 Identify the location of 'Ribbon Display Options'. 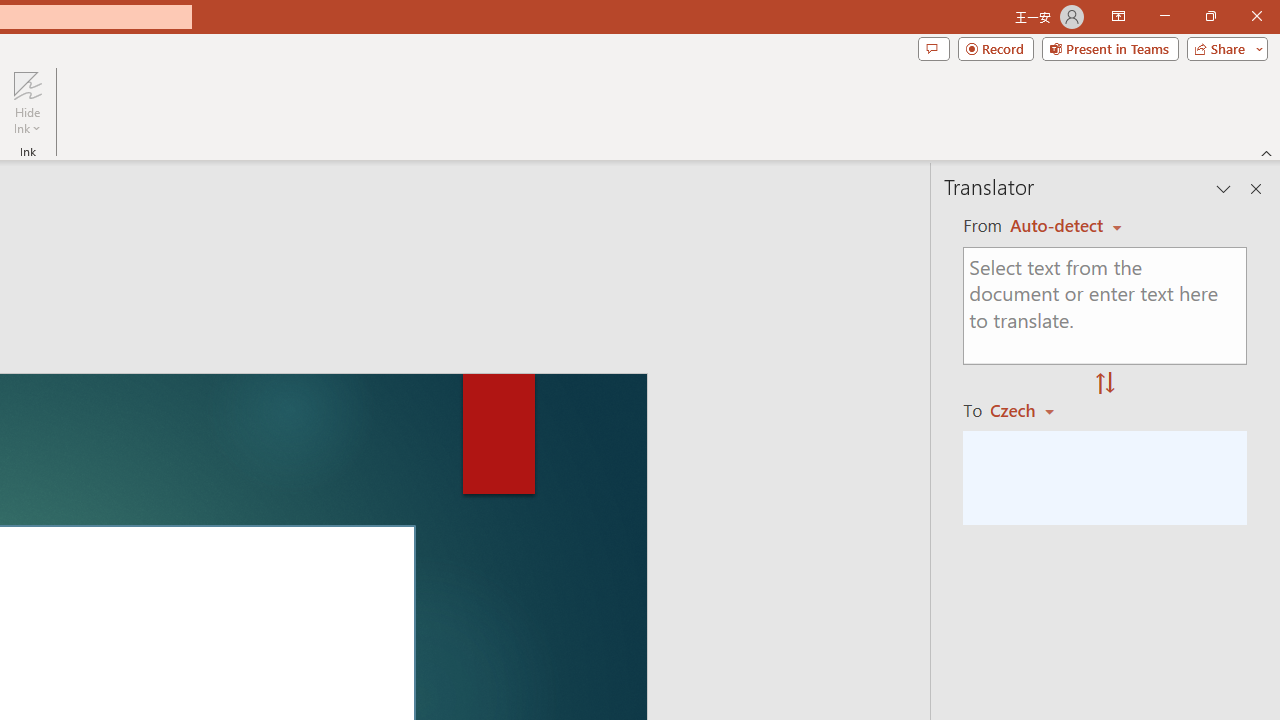
(1117, 16).